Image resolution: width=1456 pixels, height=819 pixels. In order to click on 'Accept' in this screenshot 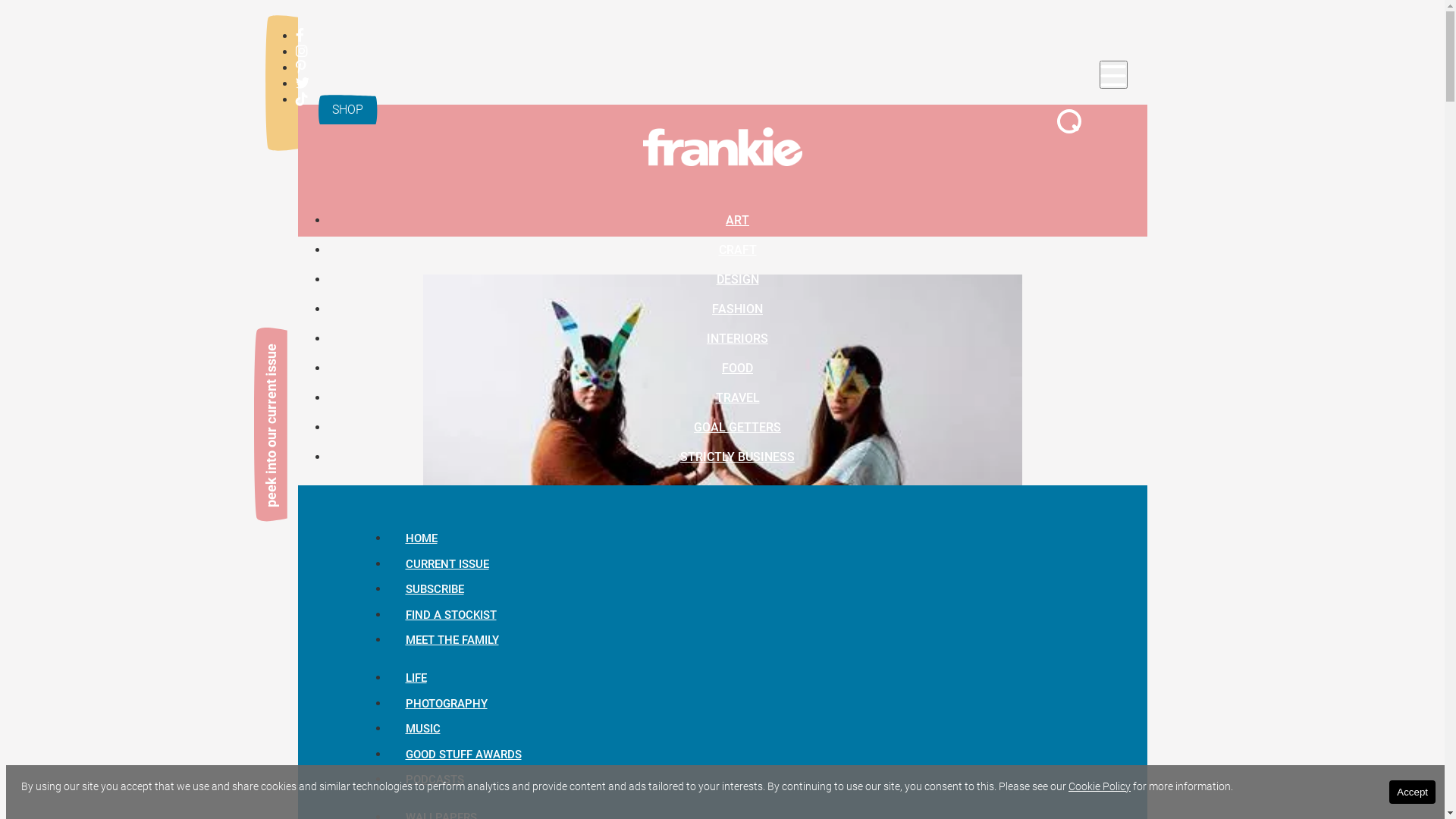, I will do `click(1411, 791)`.